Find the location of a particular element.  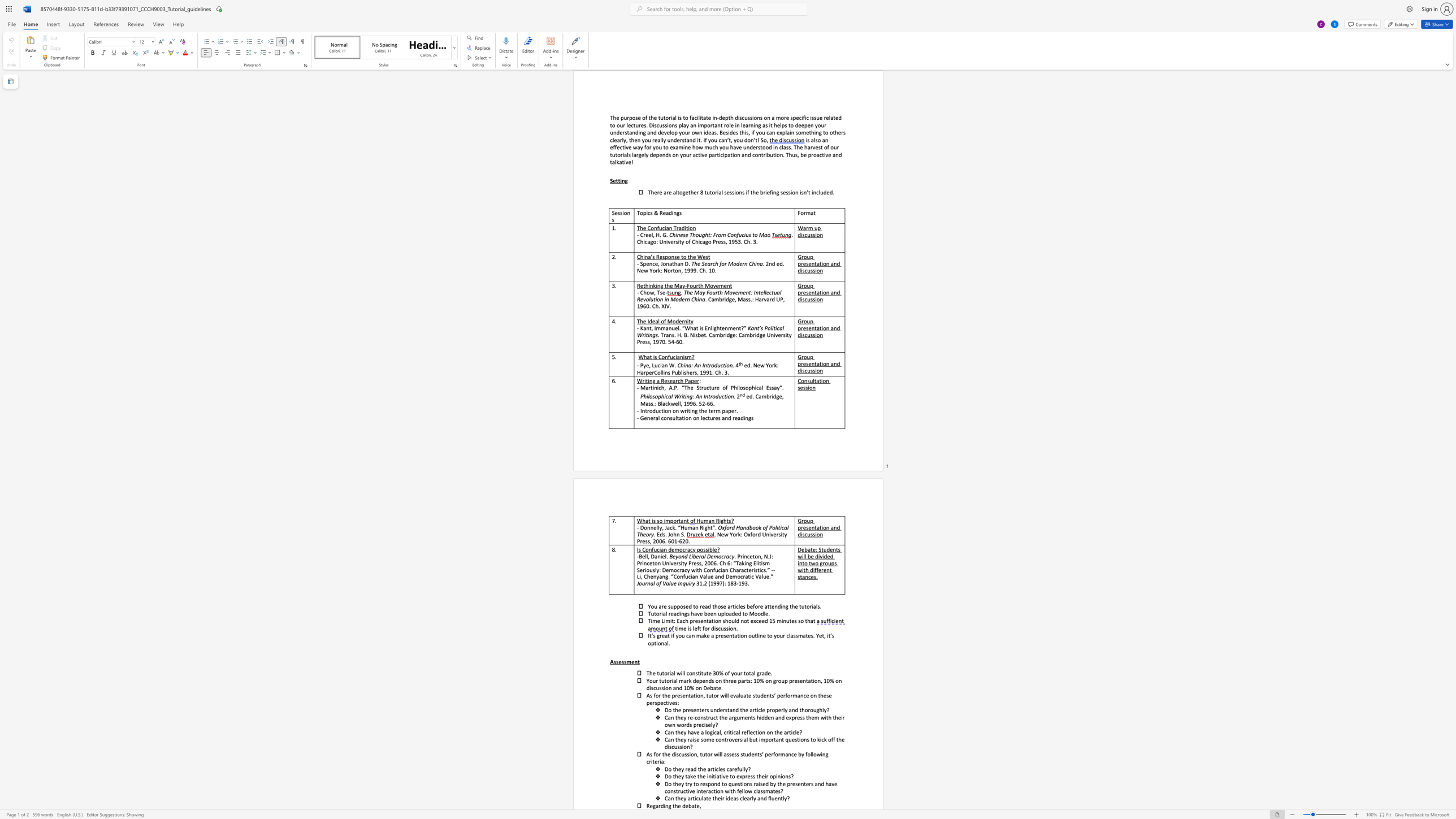

the subset text "ba" within the text "the debate," is located at coordinates (688, 805).